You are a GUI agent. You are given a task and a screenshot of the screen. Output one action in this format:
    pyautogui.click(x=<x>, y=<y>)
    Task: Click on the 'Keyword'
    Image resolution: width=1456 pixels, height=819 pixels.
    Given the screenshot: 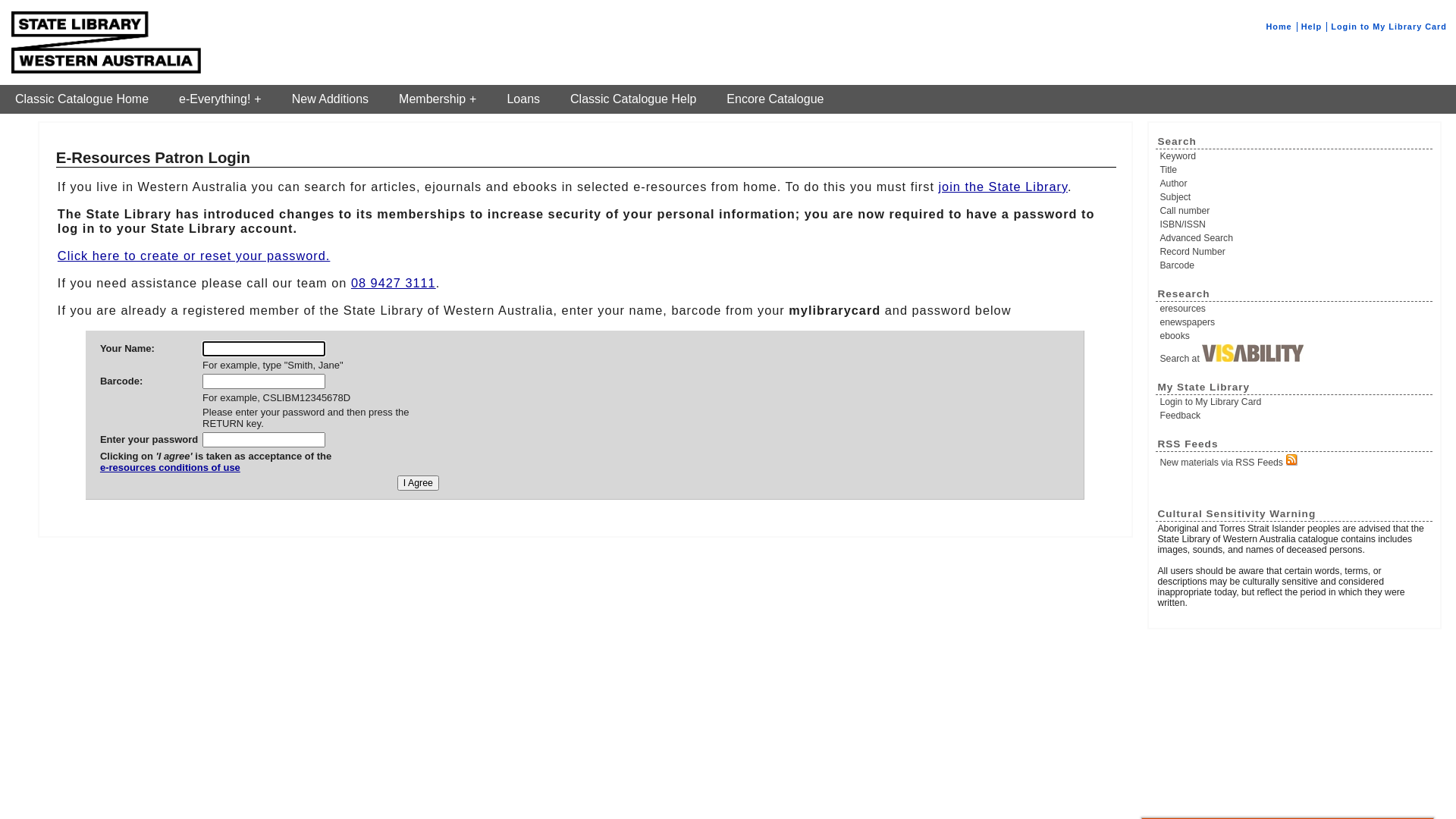 What is the action you would take?
    pyautogui.click(x=1159, y=155)
    